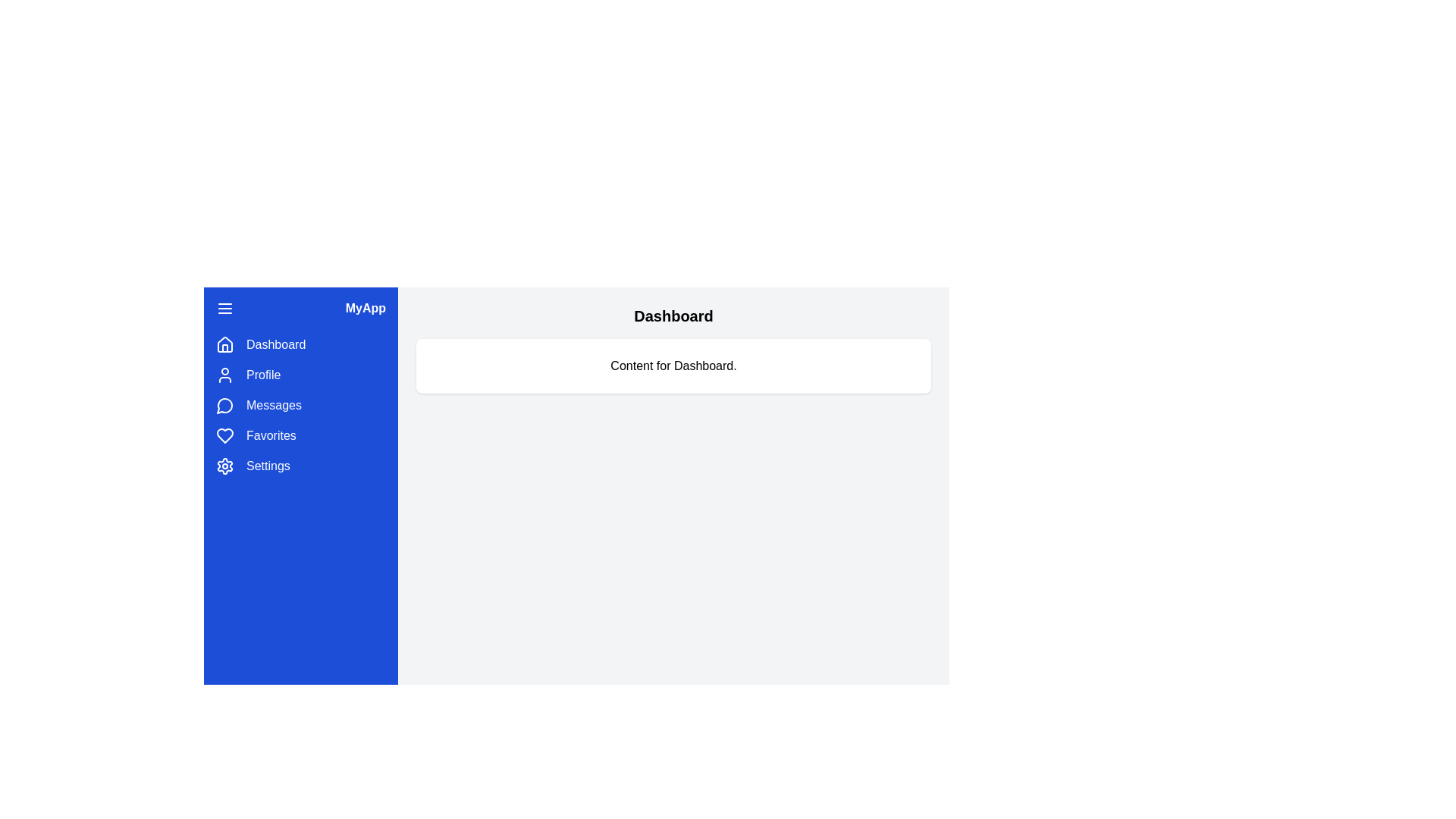  Describe the element at coordinates (224, 465) in the screenshot. I see `the circular gear-like icon in the navigation menu, located directly below the heart-shaped 'Favorites' icon` at that location.